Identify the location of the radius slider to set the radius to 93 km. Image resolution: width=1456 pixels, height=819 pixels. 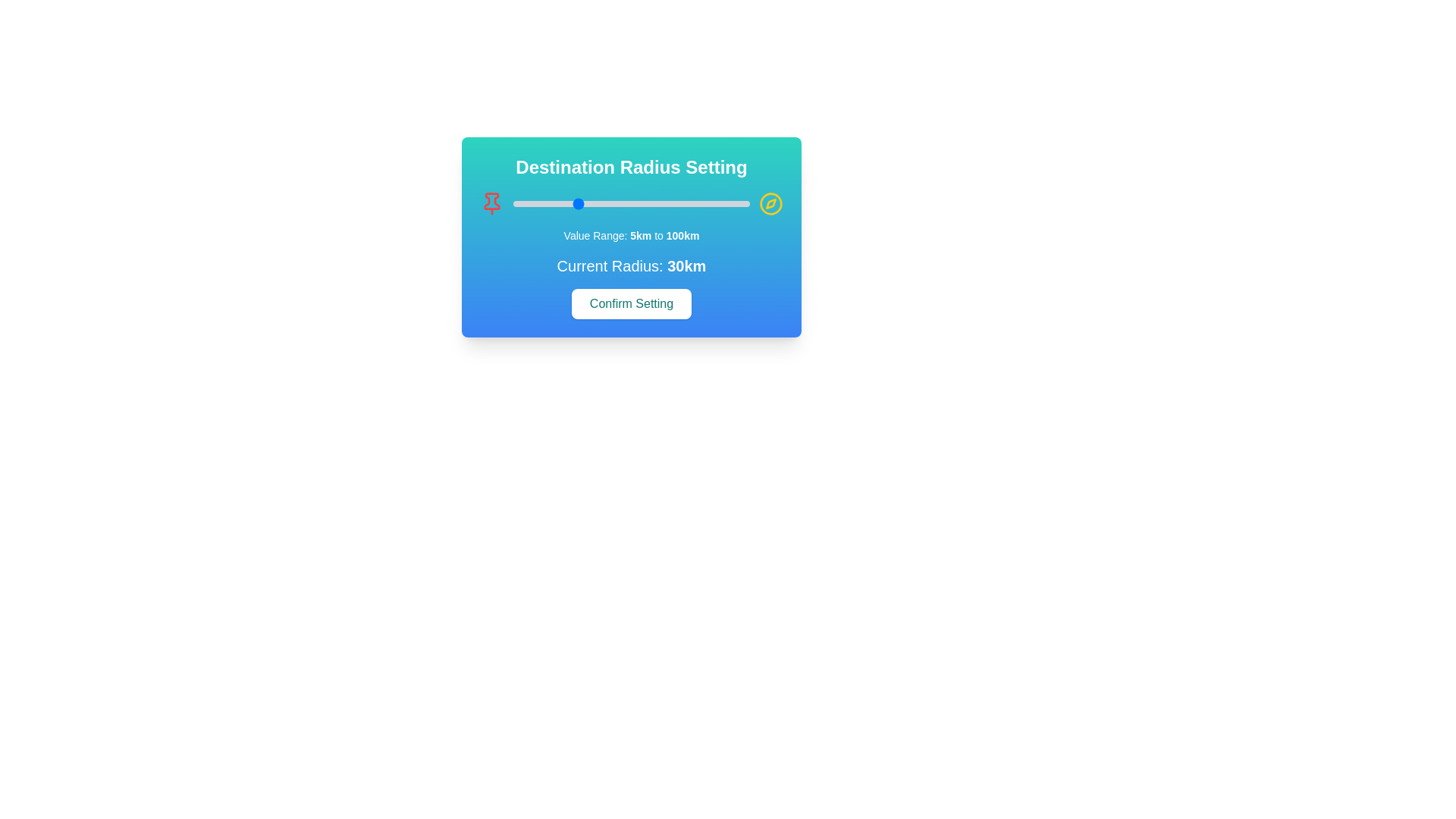
(732, 203).